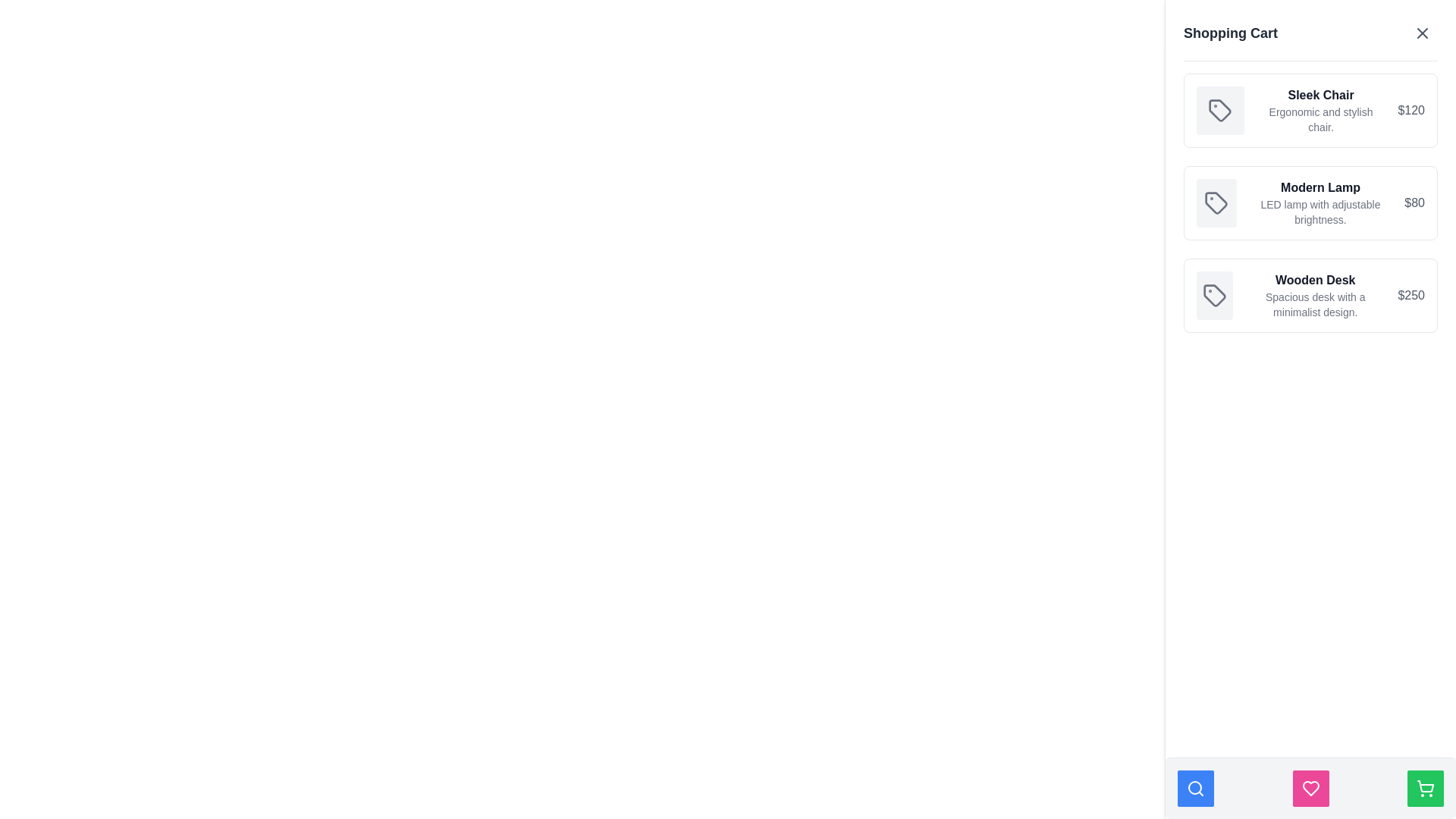 This screenshot has height=819, width=1456. What do you see at coordinates (1319, 202) in the screenshot?
I see `the label that displays the product title and description for the second item in the shopping cart interface, located between an icon on the left and the price '$80' on the right` at bounding box center [1319, 202].